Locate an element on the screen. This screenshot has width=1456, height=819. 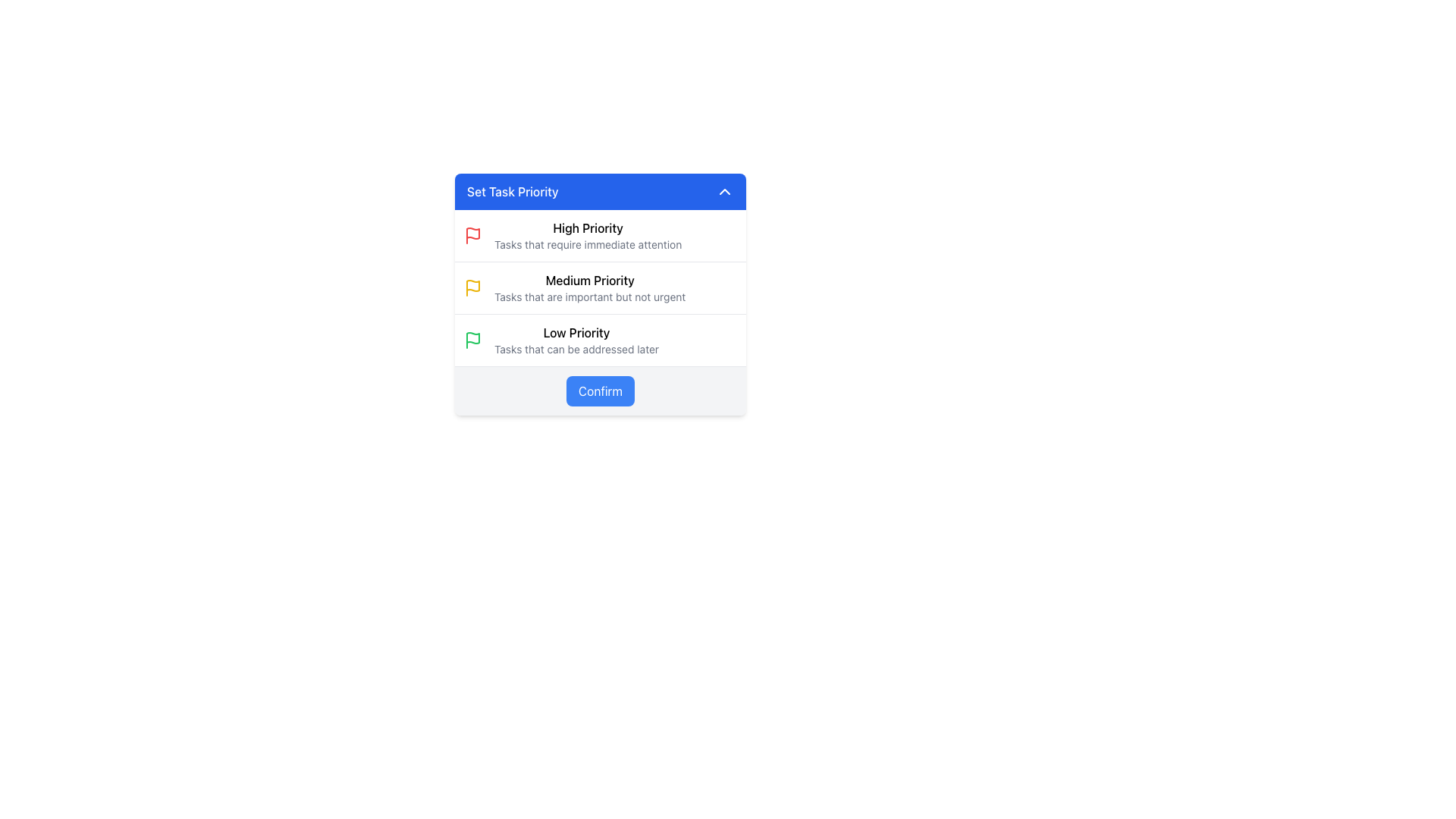
the yellow flag icon located in the 'Medium Priority' section, which is the first element preceding the text 'Medium Priority' is located at coordinates (472, 288).